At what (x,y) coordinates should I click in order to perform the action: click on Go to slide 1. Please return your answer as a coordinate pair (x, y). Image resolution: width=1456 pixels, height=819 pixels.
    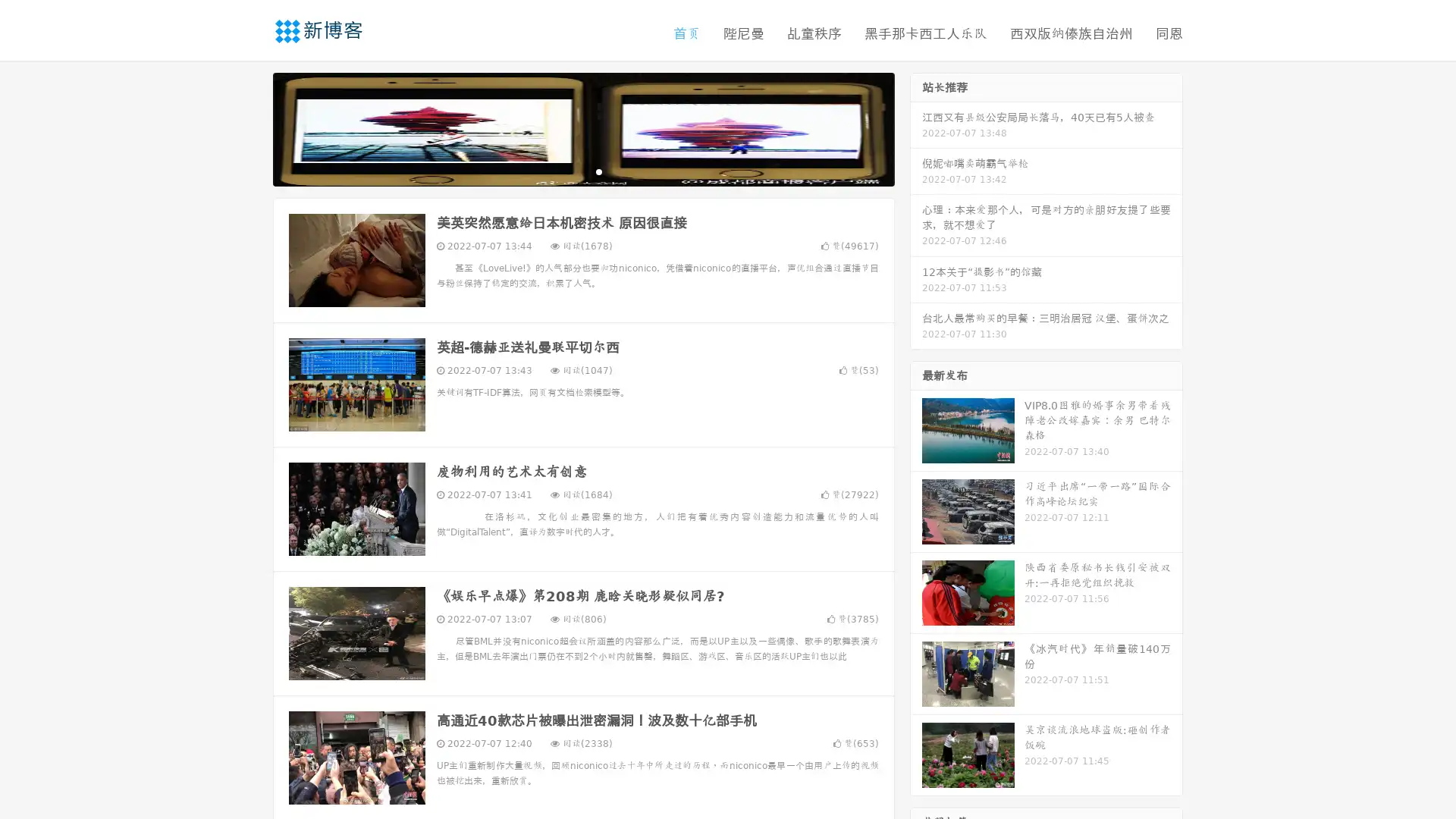
    Looking at the image, I should click on (567, 171).